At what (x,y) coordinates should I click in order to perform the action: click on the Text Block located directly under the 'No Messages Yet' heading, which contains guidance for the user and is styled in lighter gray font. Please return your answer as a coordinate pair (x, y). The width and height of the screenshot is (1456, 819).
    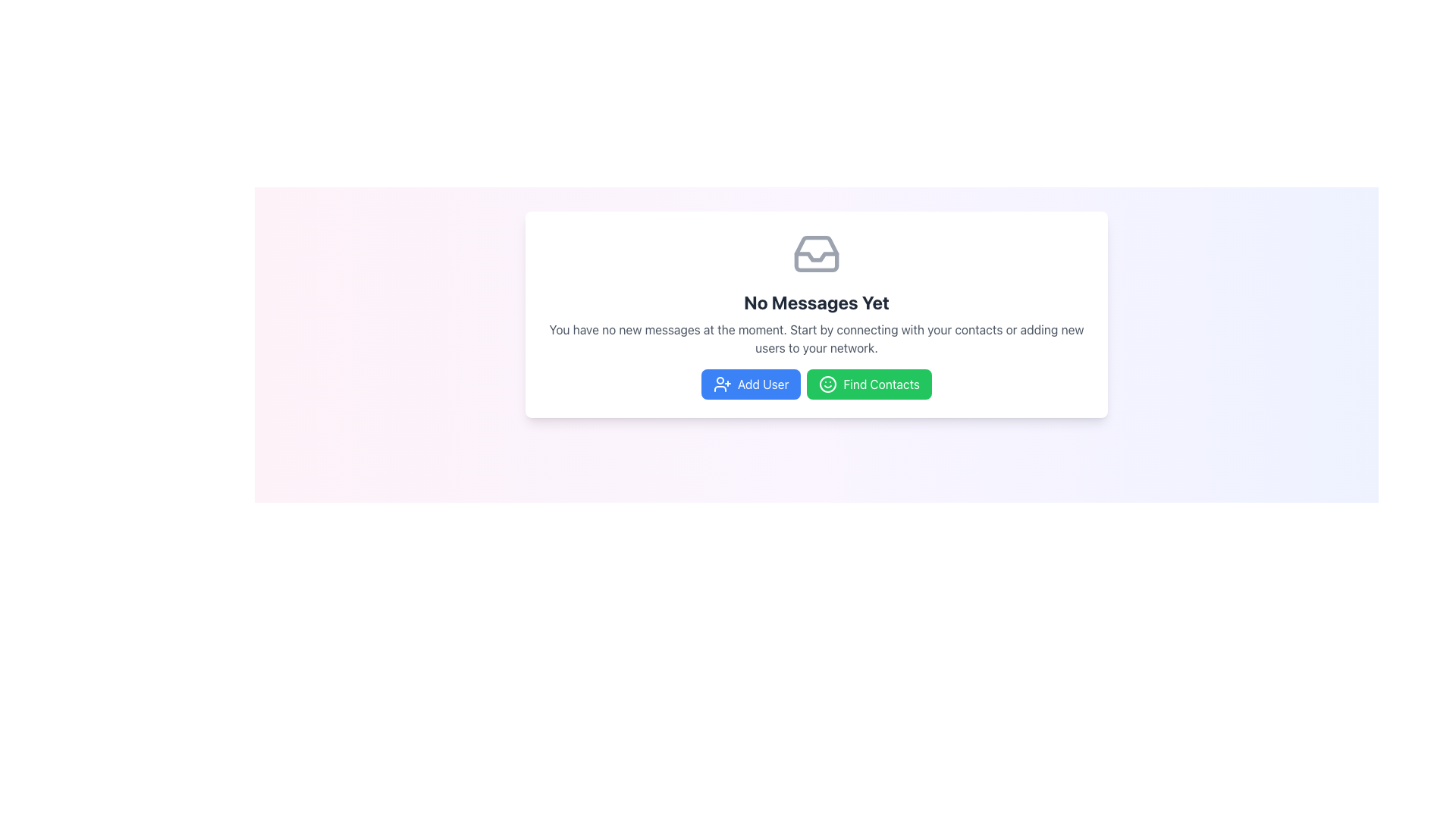
    Looking at the image, I should click on (815, 338).